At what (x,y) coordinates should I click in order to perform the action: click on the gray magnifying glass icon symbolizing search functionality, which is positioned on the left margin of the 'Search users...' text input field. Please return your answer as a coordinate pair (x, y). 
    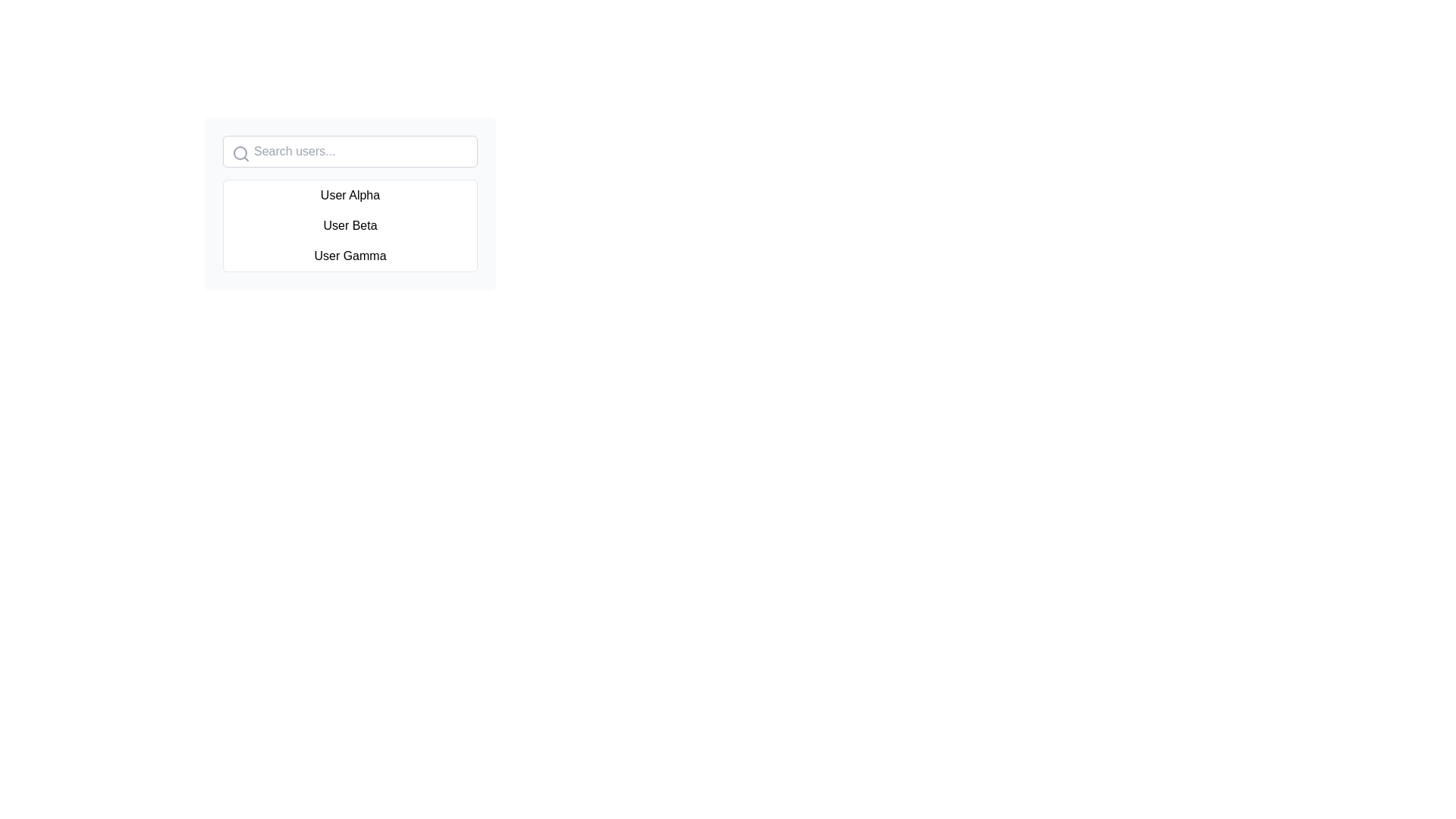
    Looking at the image, I should click on (240, 154).